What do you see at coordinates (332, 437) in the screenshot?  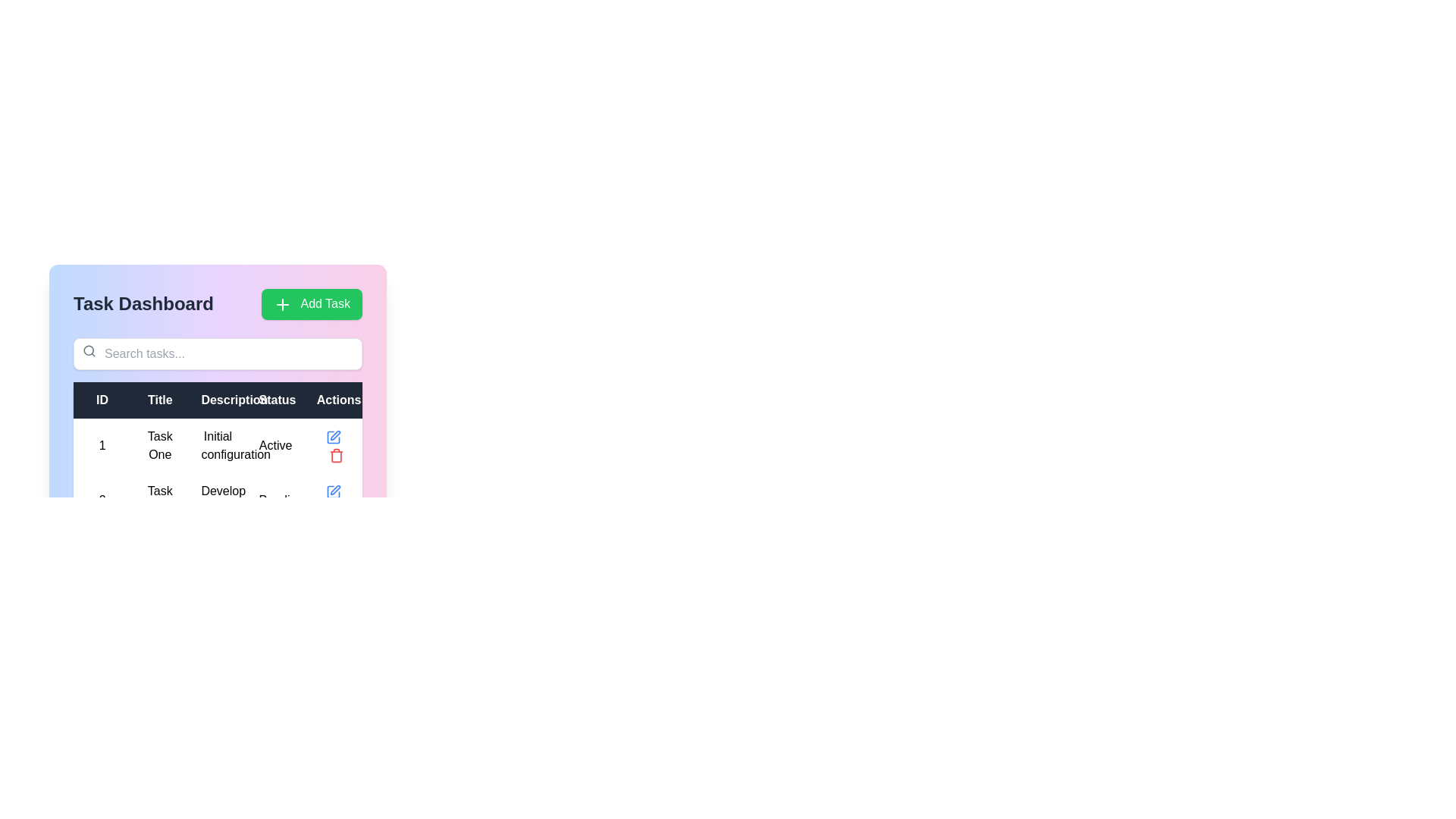 I see `the edit button located in the 'Actions' column of the first row of the task table, which is the leftmost action icon` at bounding box center [332, 437].